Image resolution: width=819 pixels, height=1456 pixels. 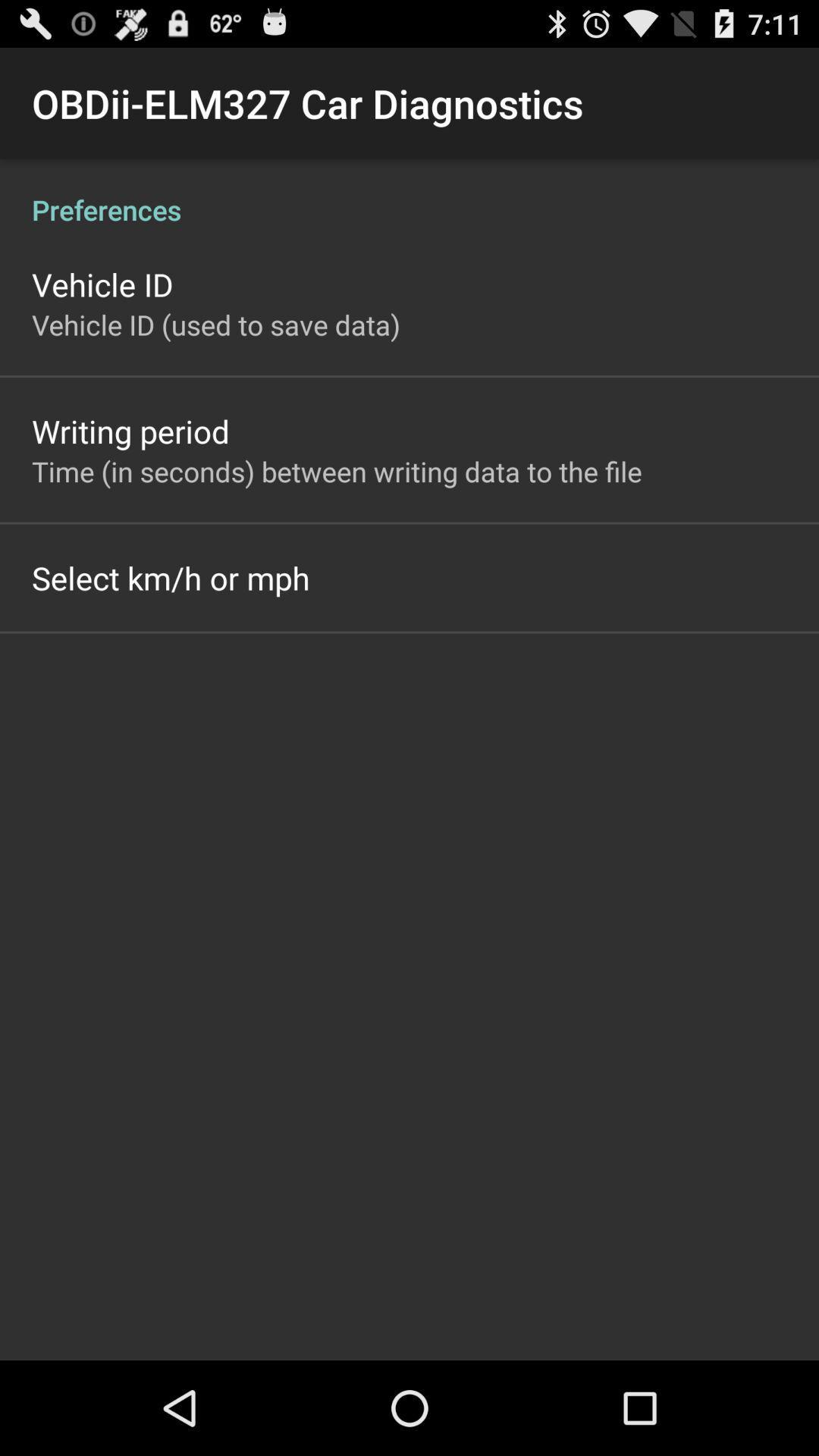 What do you see at coordinates (130, 430) in the screenshot?
I see `writing period item` at bounding box center [130, 430].